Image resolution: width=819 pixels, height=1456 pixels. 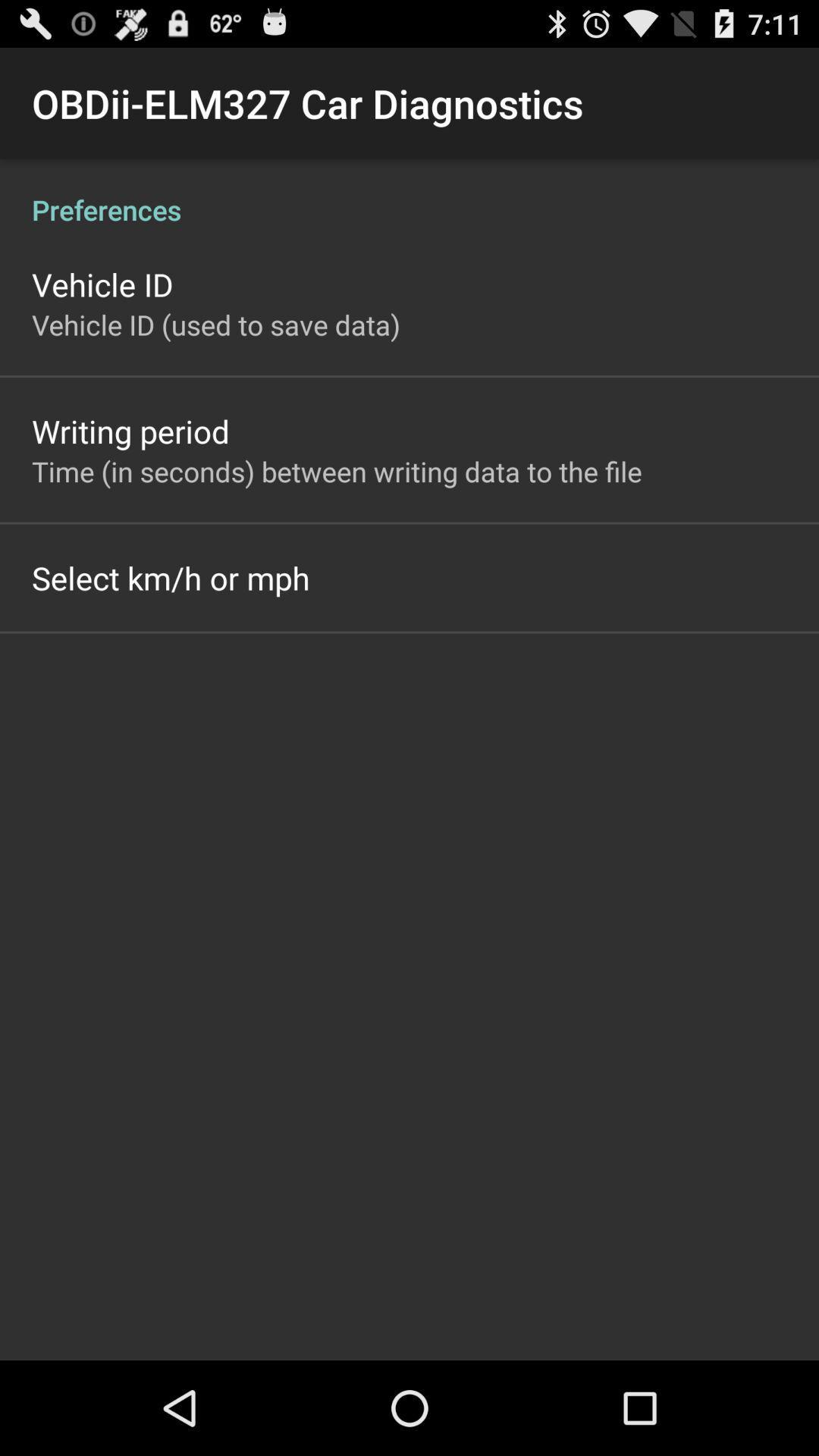 What do you see at coordinates (130, 430) in the screenshot?
I see `writing period item` at bounding box center [130, 430].